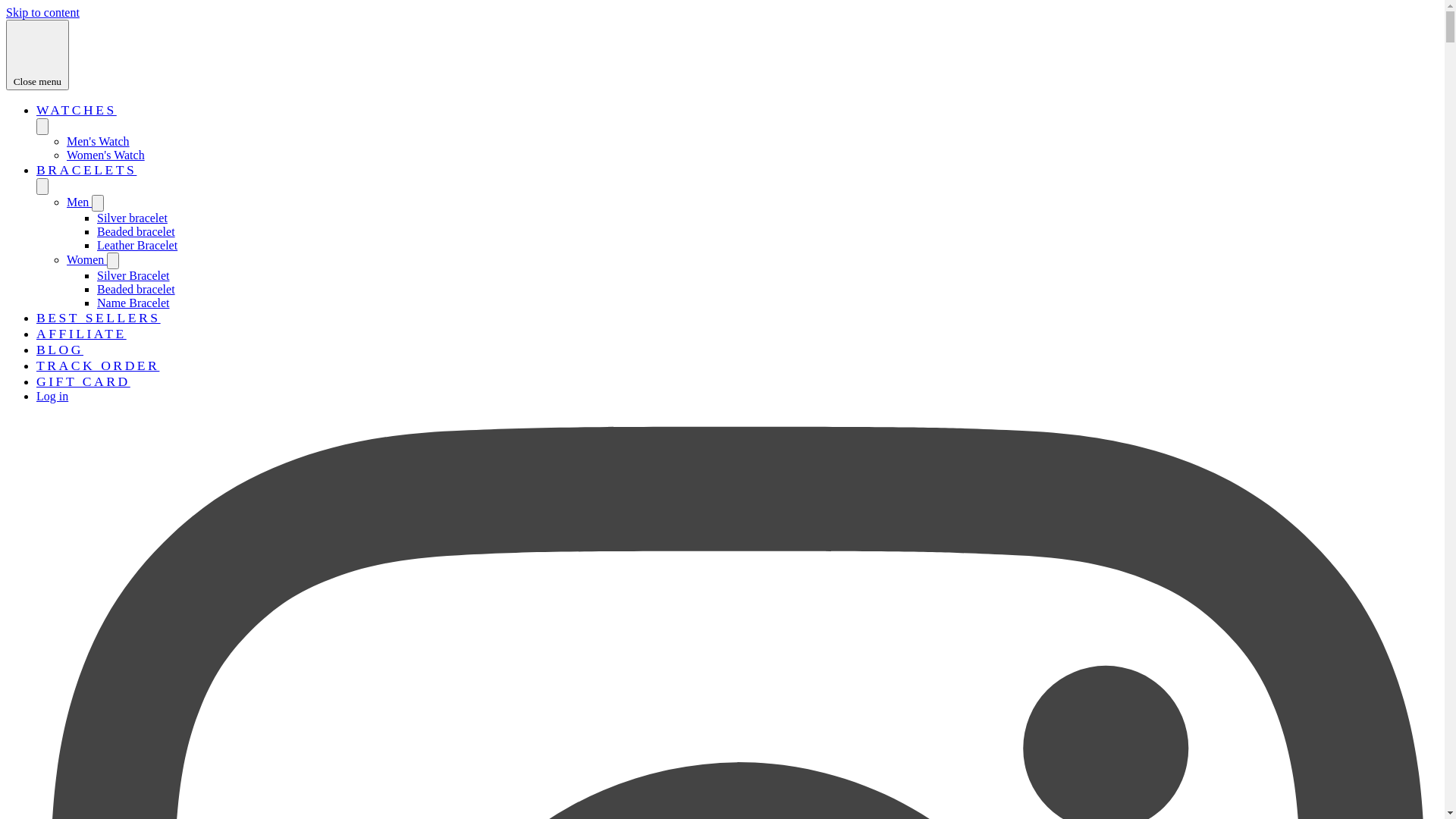  I want to click on 'BLOG', so click(36, 350).